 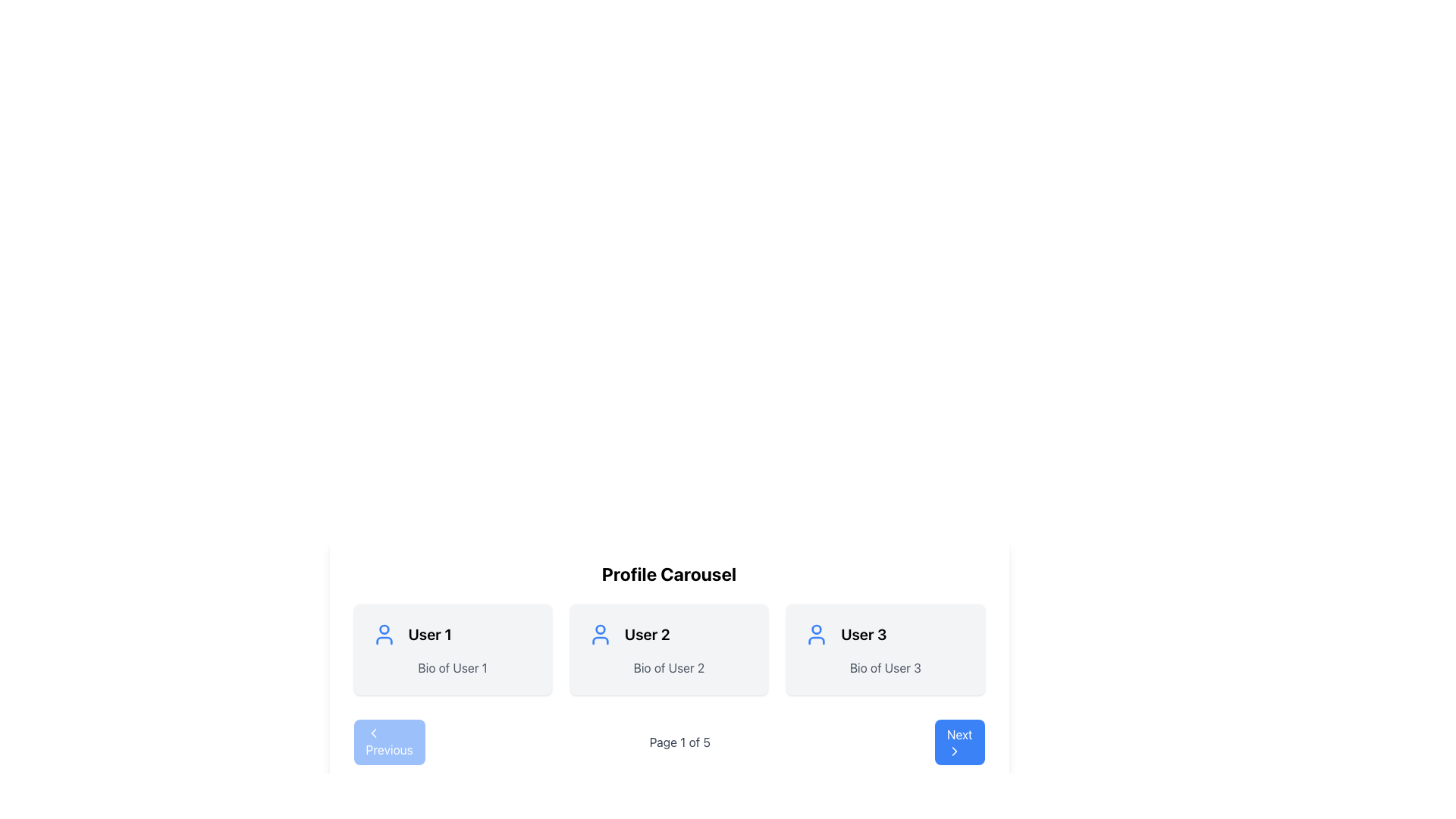 What do you see at coordinates (959, 742) in the screenshot?
I see `the horizontally elongated blue button labeled 'Next' with a rightward-pointing chevron icon located at the bottom-right corner of the page` at bounding box center [959, 742].